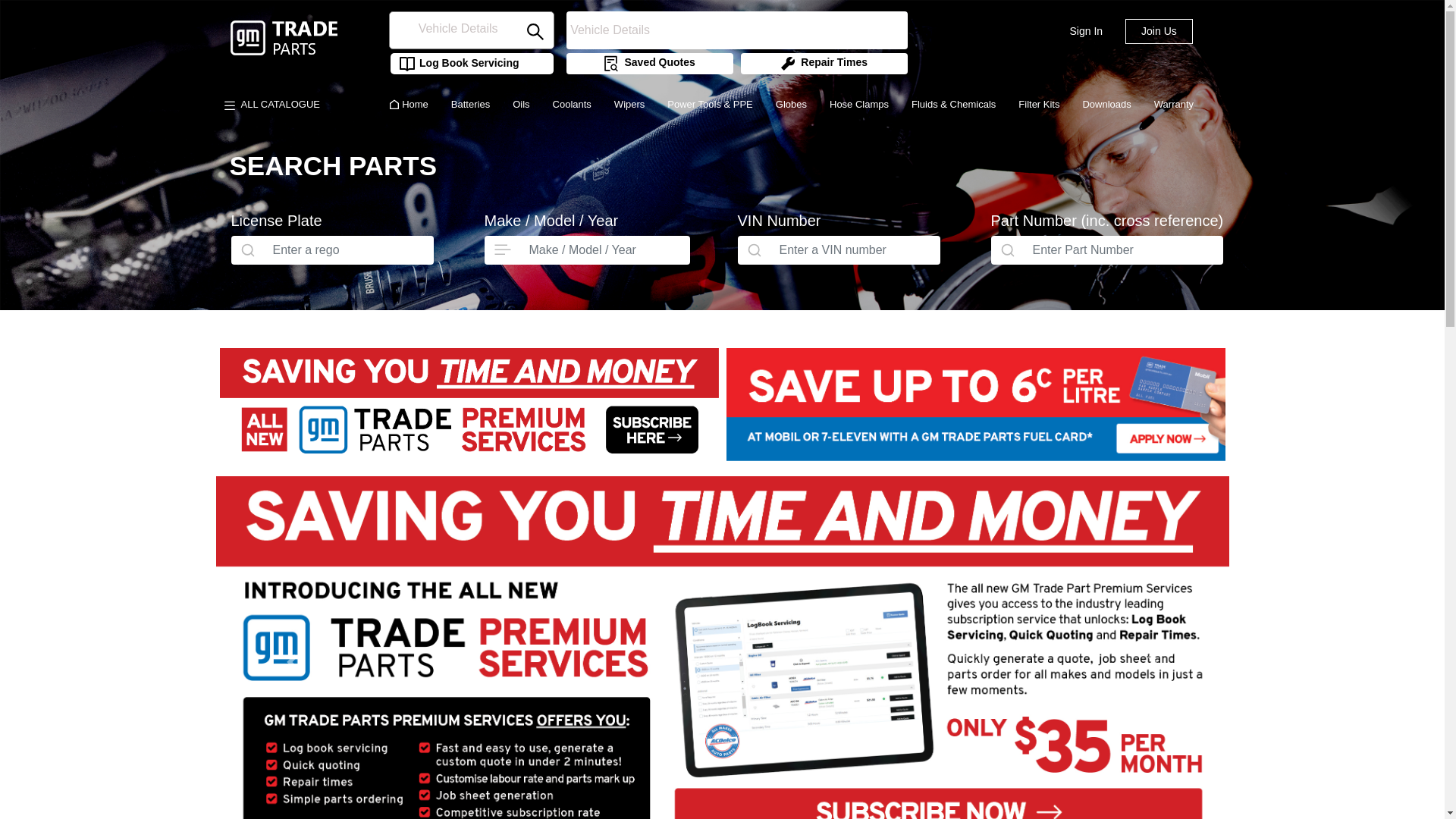 The height and width of the screenshot is (819, 1456). I want to click on 'Wipers', so click(602, 104).